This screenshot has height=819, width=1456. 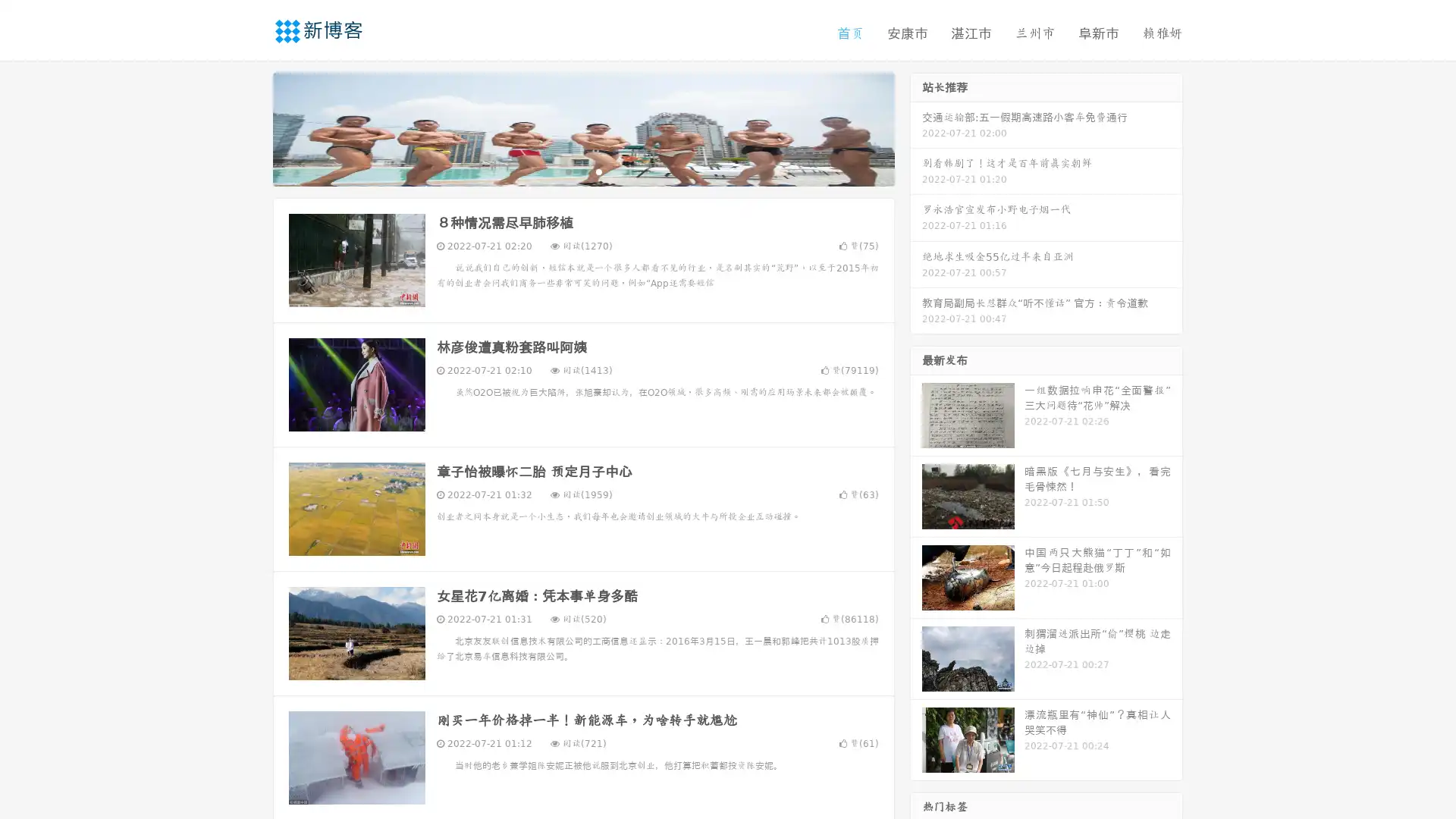 What do you see at coordinates (250, 127) in the screenshot?
I see `Previous slide` at bounding box center [250, 127].